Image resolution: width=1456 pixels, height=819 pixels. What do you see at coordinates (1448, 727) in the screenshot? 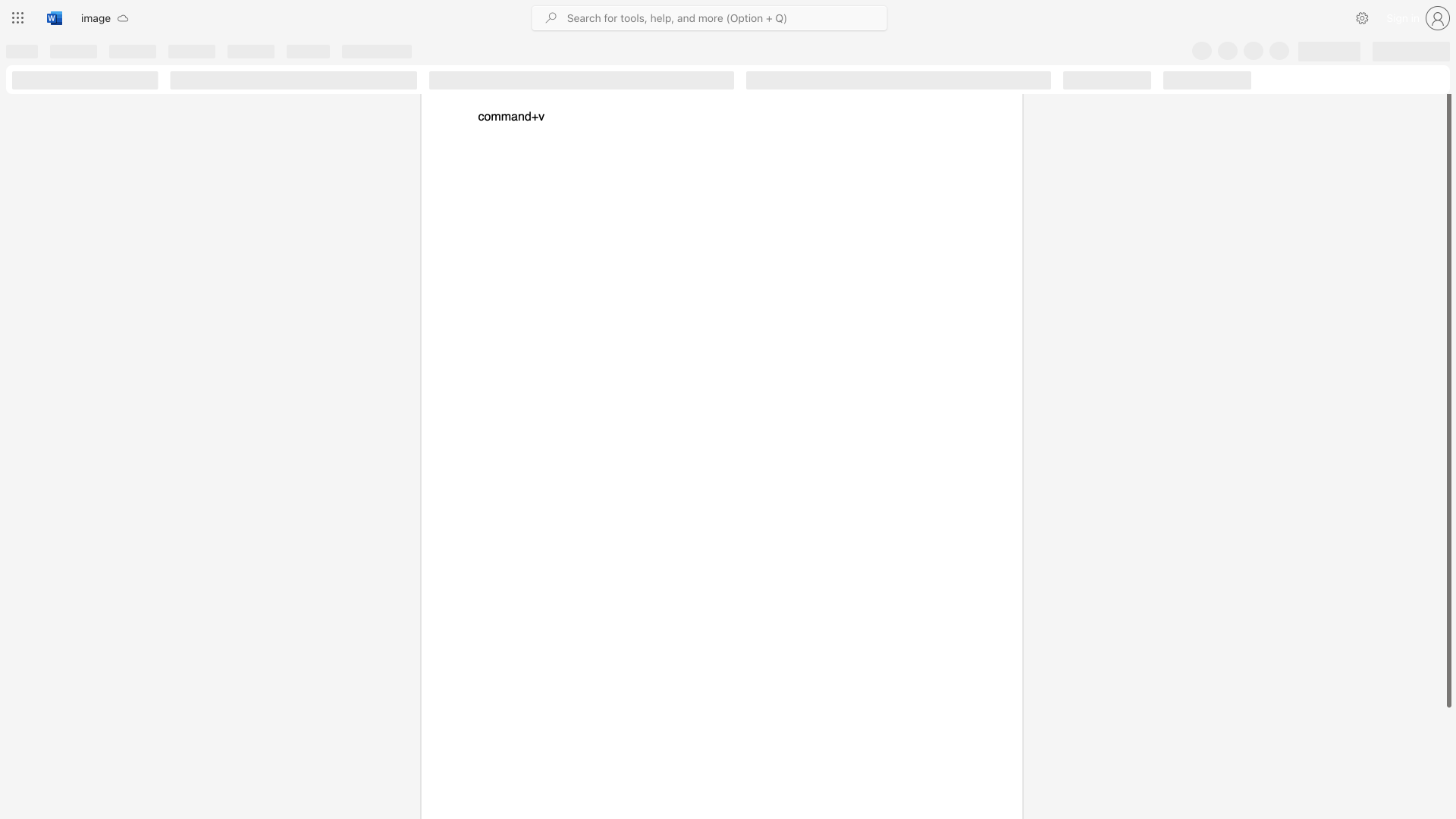
I see `the scrollbar on the right side to scroll the page down` at bounding box center [1448, 727].